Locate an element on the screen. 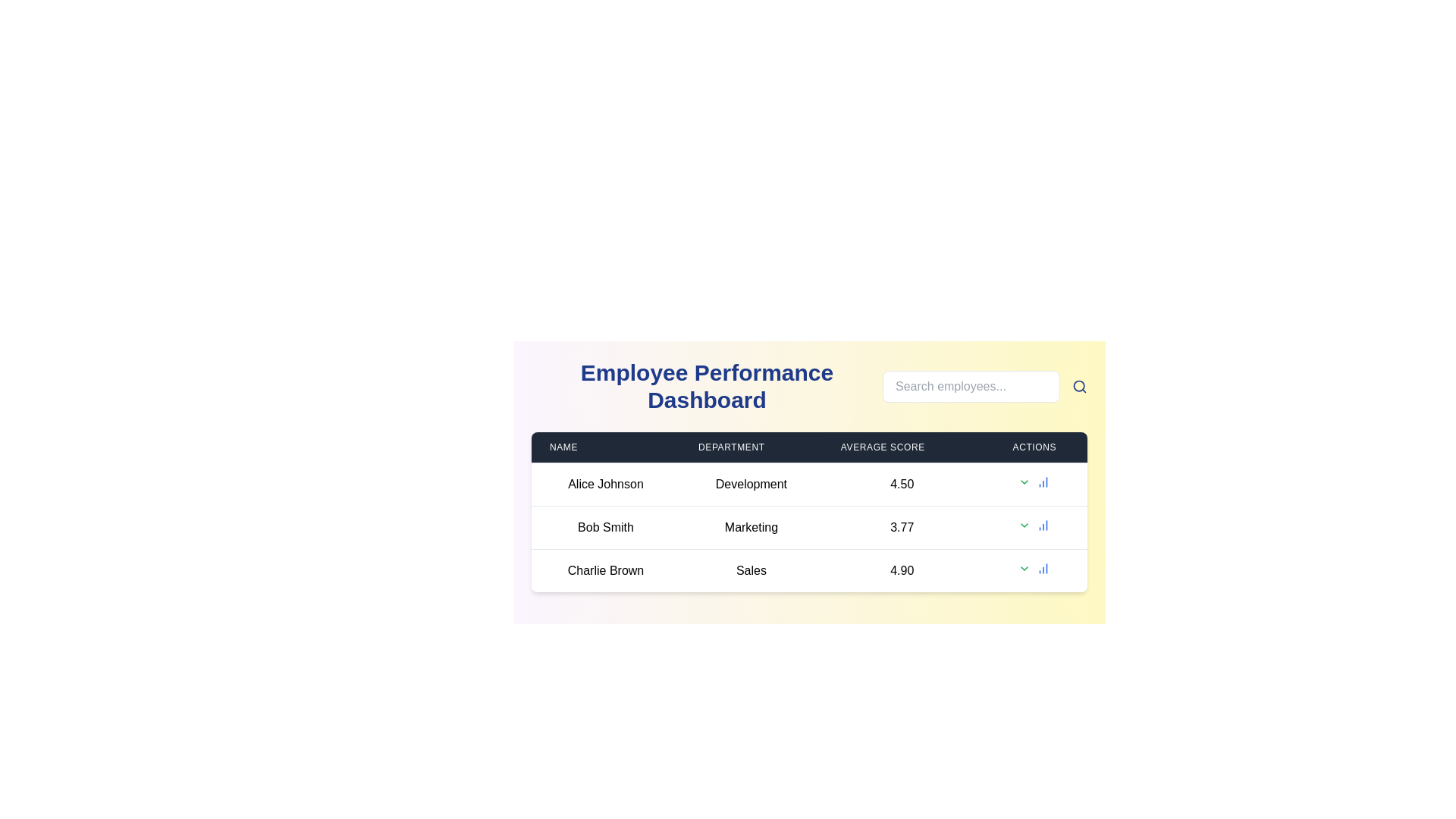 The width and height of the screenshot is (1456, 819). the third row in the Employee Performance Dashboard table displaying information about 'Charlie Brown' is located at coordinates (808, 570).